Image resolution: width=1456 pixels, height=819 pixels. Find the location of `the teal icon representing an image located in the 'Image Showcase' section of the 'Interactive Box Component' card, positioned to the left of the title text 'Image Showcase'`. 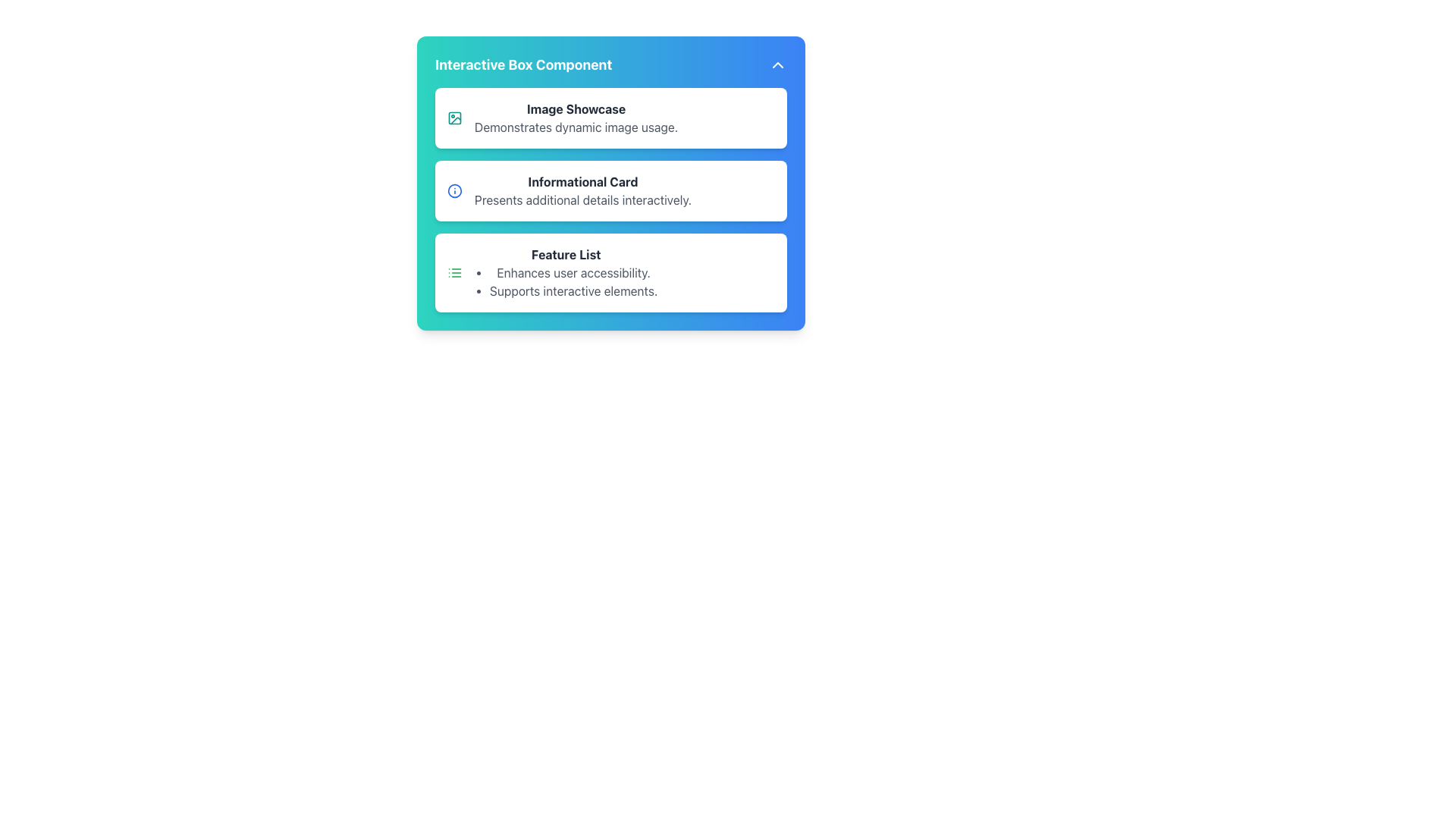

the teal icon representing an image located in the 'Image Showcase' section of the 'Interactive Box Component' card, positioned to the left of the title text 'Image Showcase' is located at coordinates (454, 117).